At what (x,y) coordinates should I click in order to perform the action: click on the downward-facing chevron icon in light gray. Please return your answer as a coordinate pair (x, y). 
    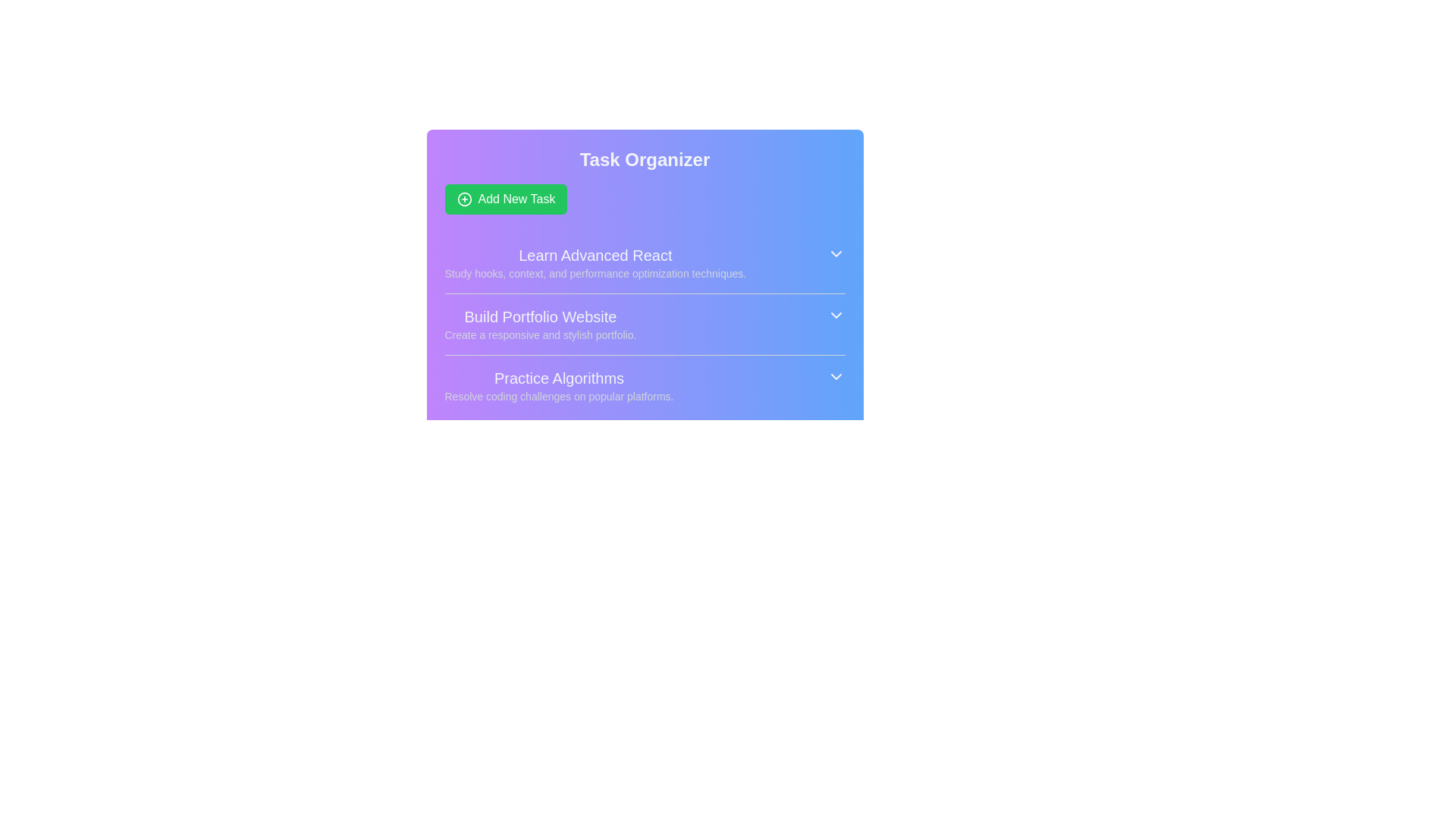
    Looking at the image, I should click on (835, 376).